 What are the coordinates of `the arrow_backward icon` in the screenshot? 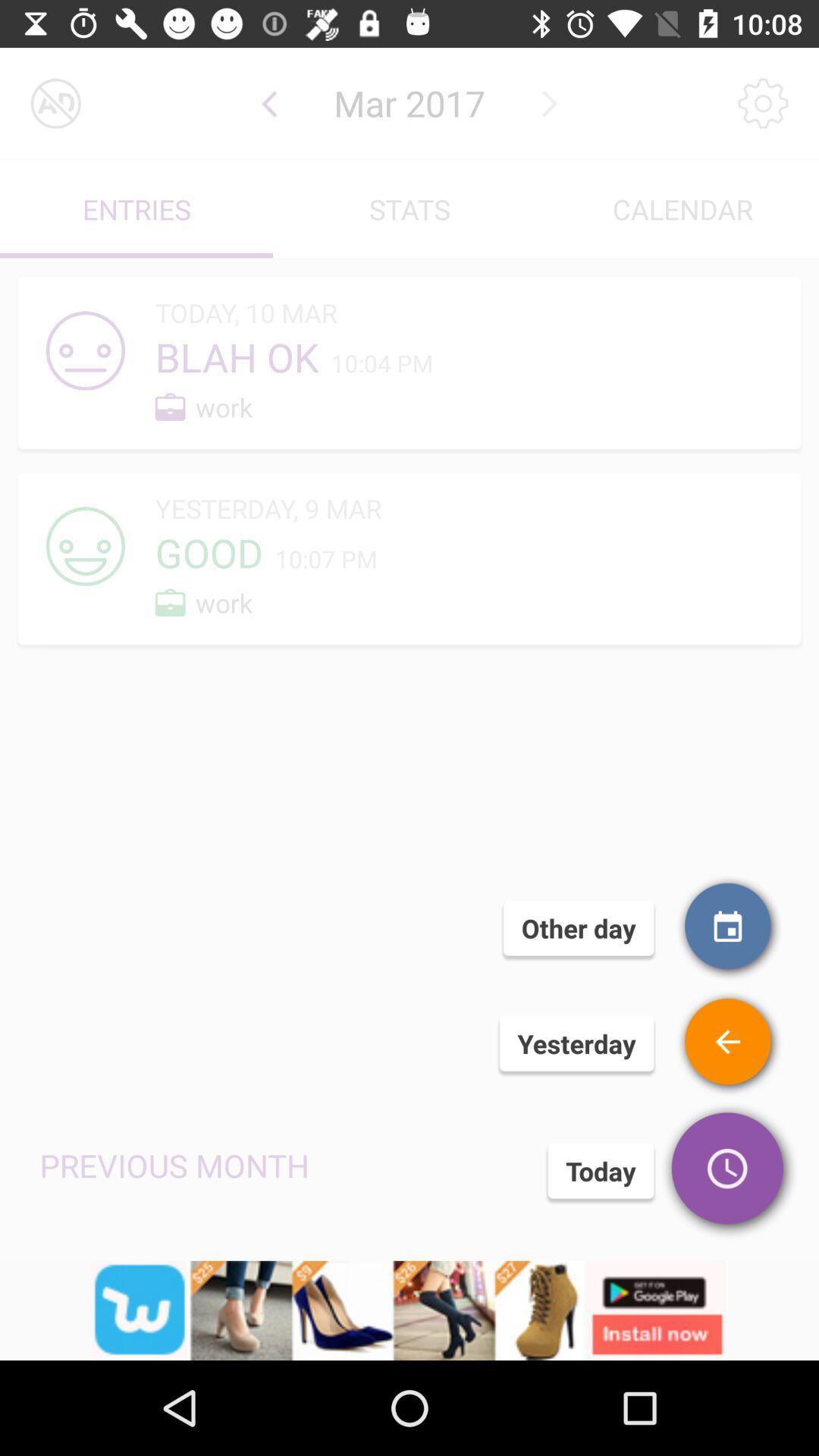 It's located at (268, 102).